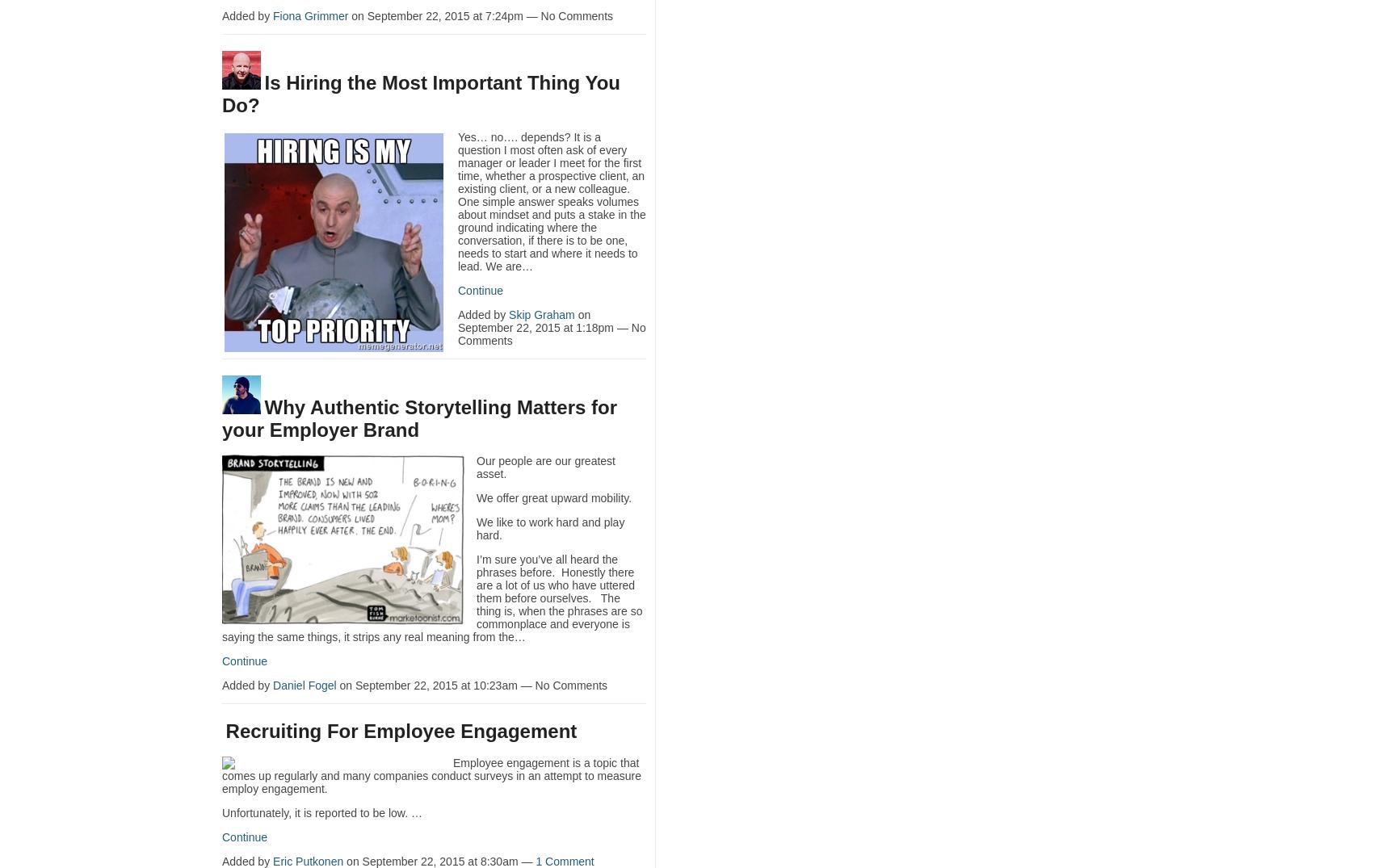 This screenshot has height=868, width=1399. What do you see at coordinates (401, 730) in the screenshot?
I see `'Recruiting For Employee Engagement'` at bounding box center [401, 730].